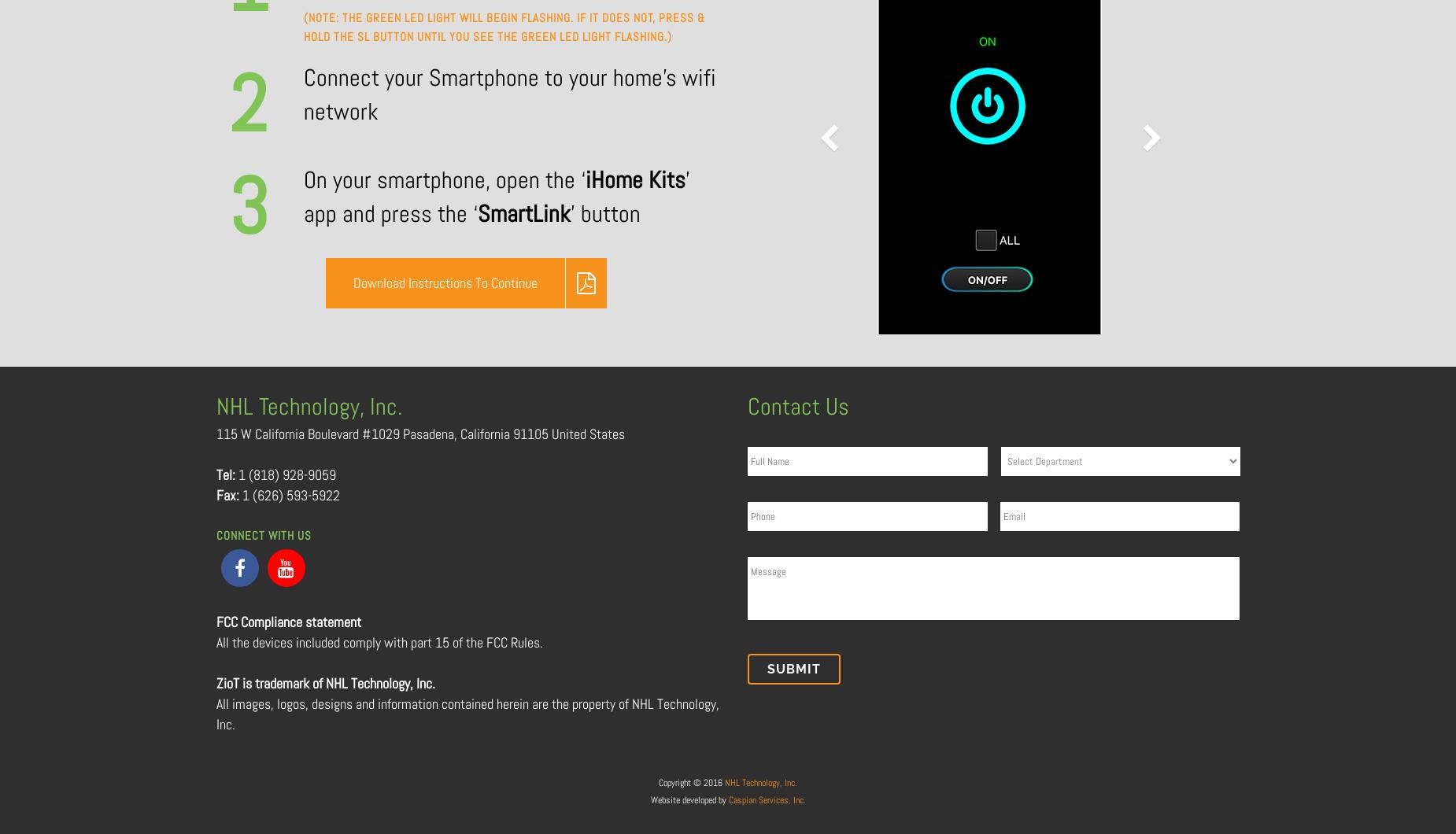 Image resolution: width=1456 pixels, height=834 pixels. Describe the element at coordinates (215, 474) in the screenshot. I see `'Tel:'` at that location.